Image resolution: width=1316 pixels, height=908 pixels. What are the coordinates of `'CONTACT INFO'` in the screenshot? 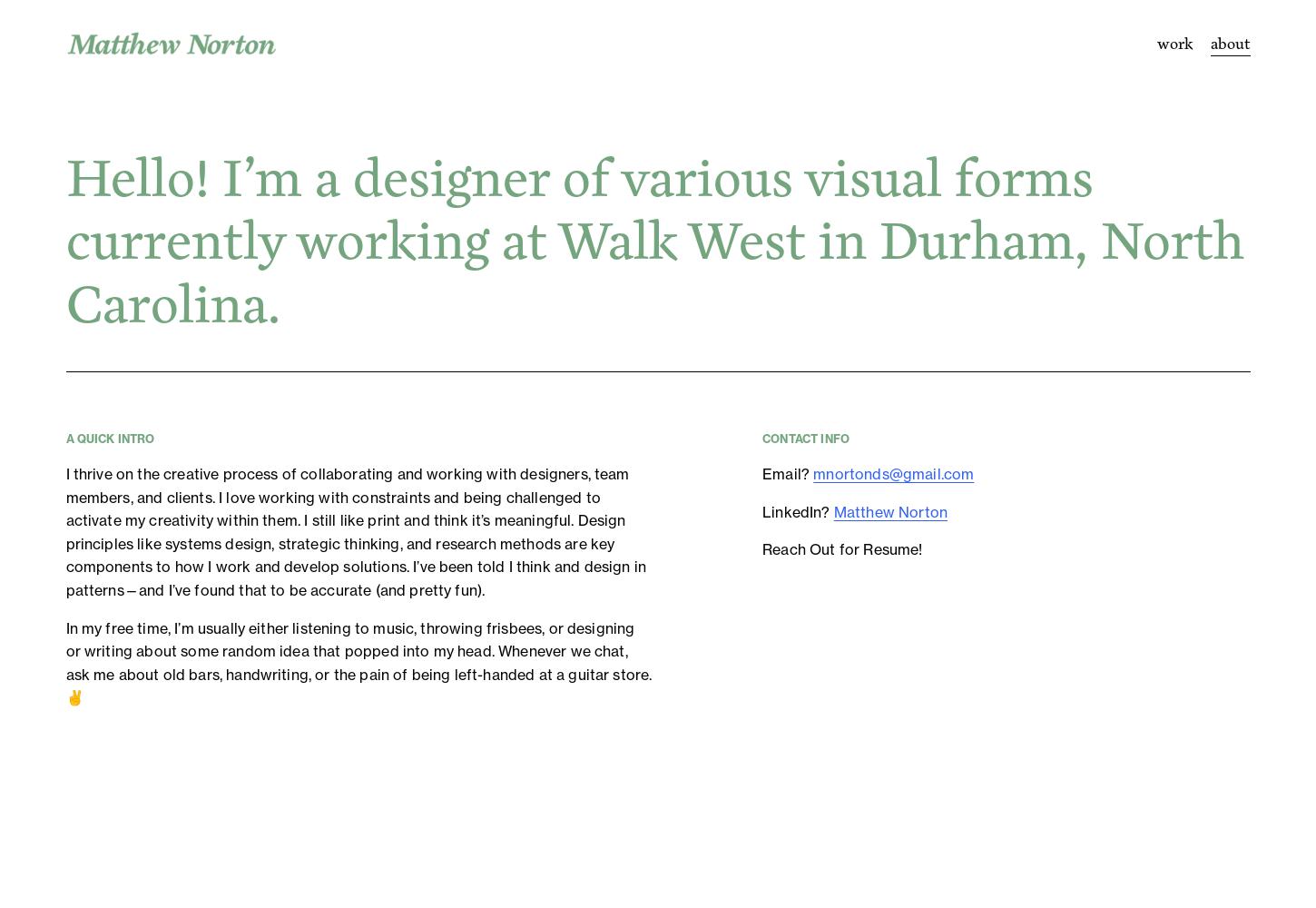 It's located at (761, 438).